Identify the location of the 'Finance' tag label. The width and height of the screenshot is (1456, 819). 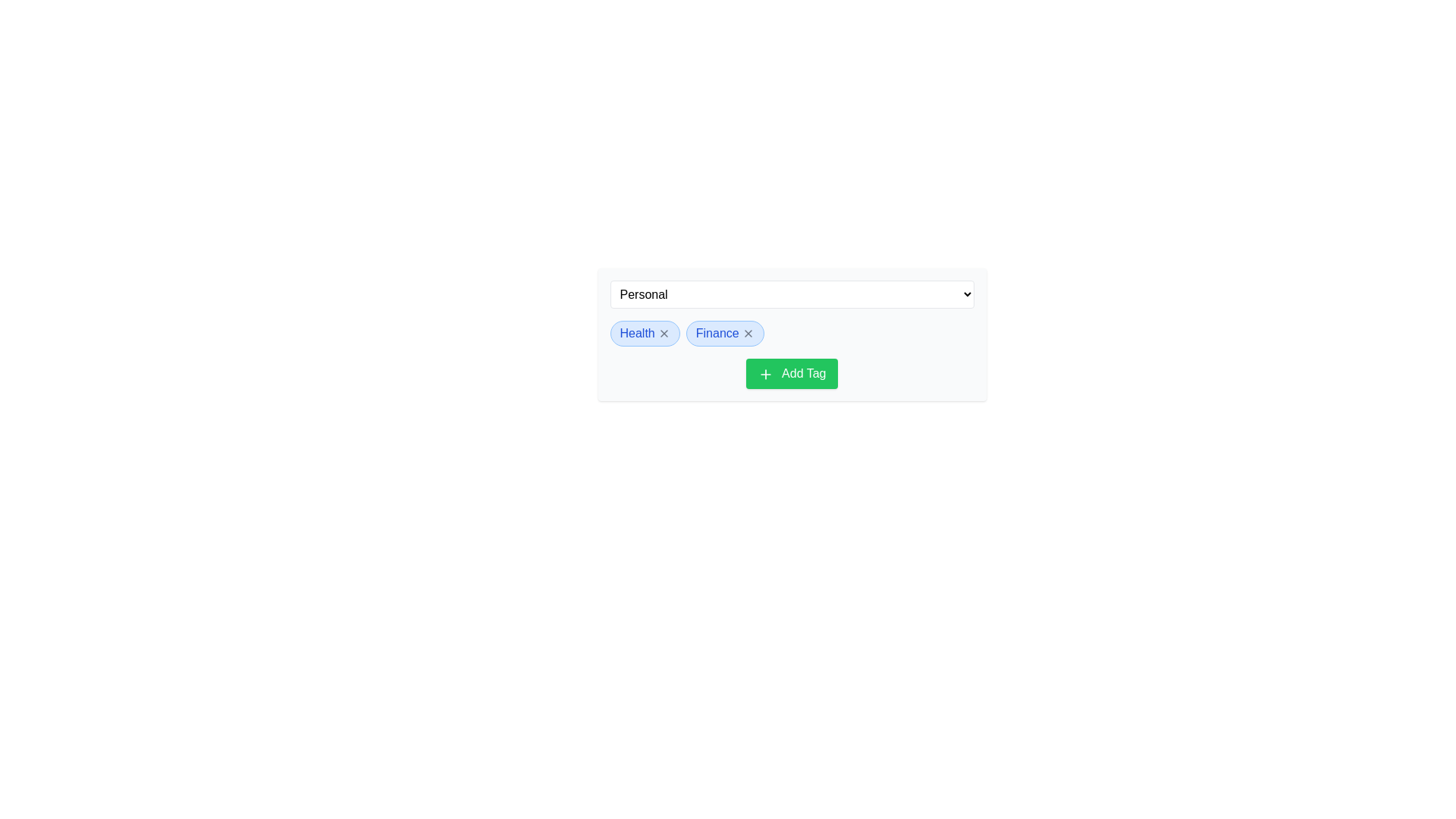
(724, 332).